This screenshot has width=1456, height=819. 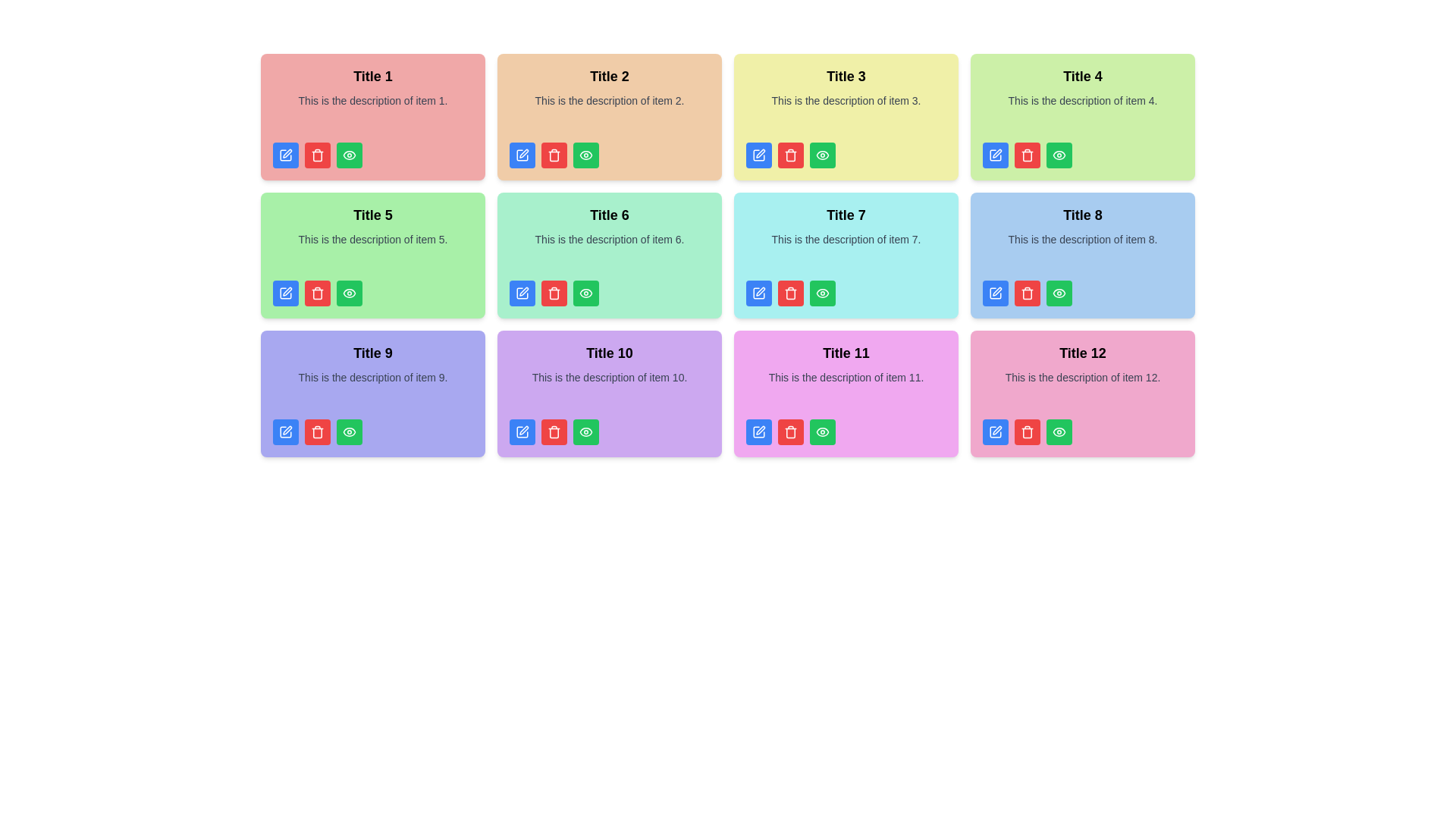 What do you see at coordinates (524, 153) in the screenshot?
I see `the leftmost icon button located at the bottom of the card labeled 'Title 2' to initiate the edit action` at bounding box center [524, 153].